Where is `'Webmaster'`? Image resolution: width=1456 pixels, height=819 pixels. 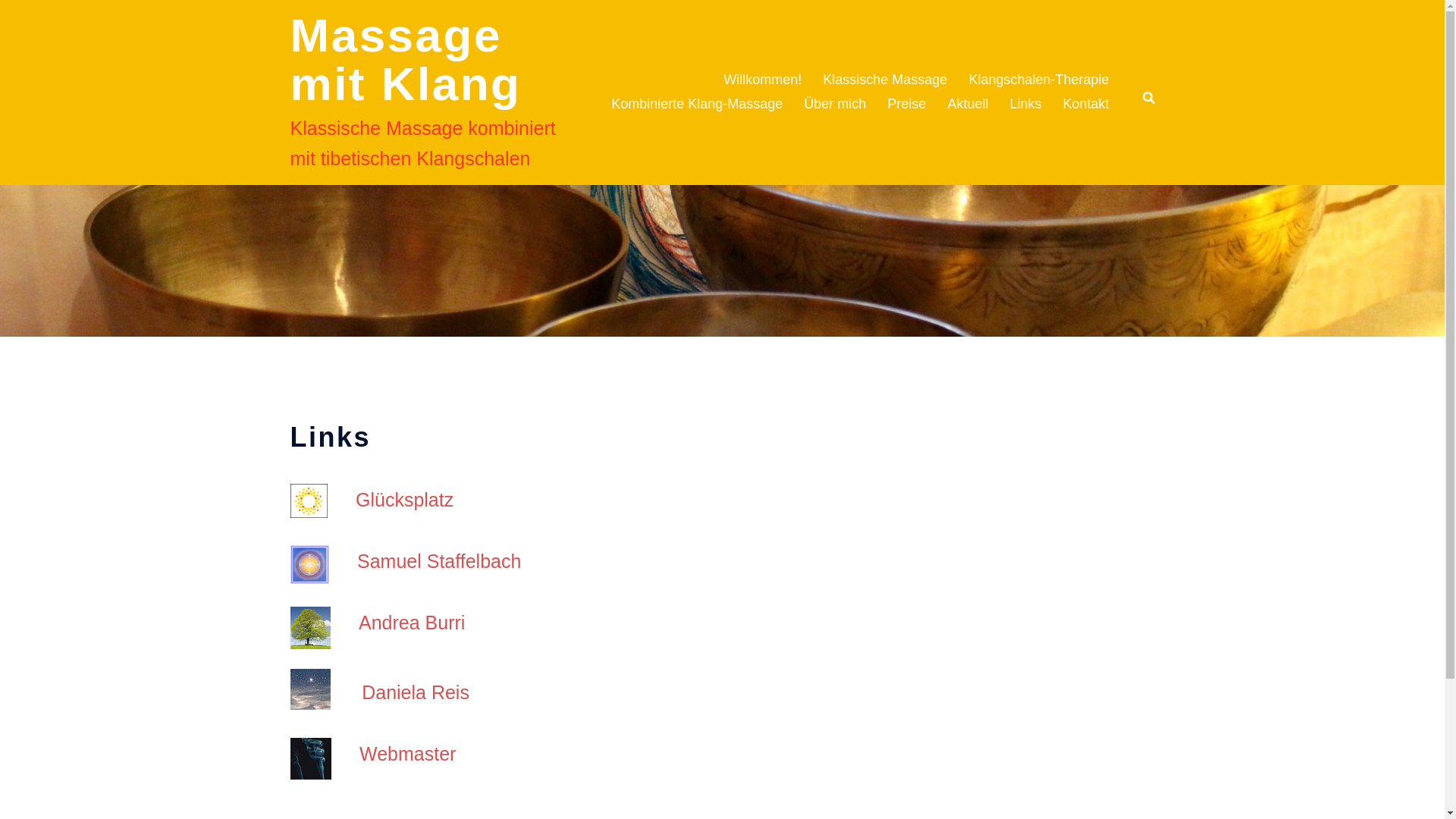 'Webmaster' is located at coordinates (359, 754).